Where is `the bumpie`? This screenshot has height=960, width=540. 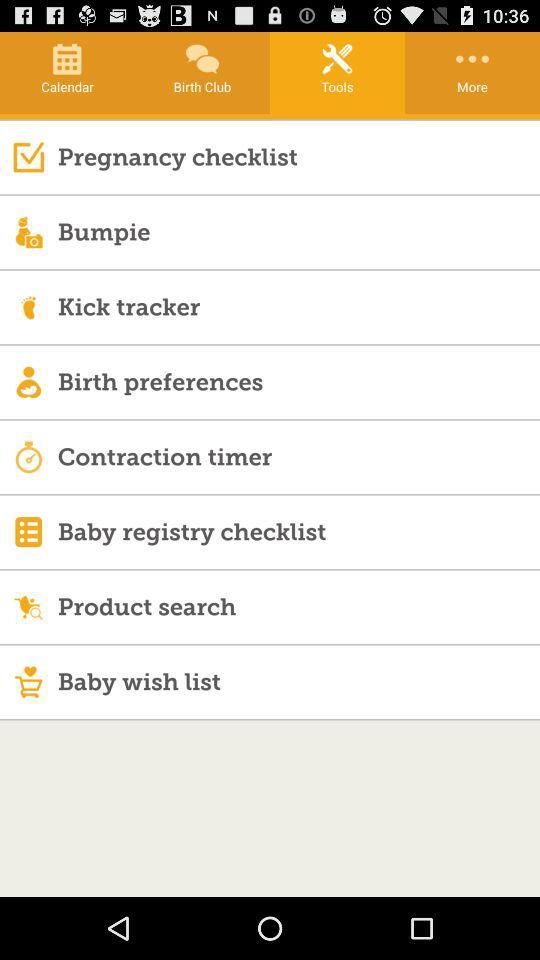
the bumpie is located at coordinates (297, 231).